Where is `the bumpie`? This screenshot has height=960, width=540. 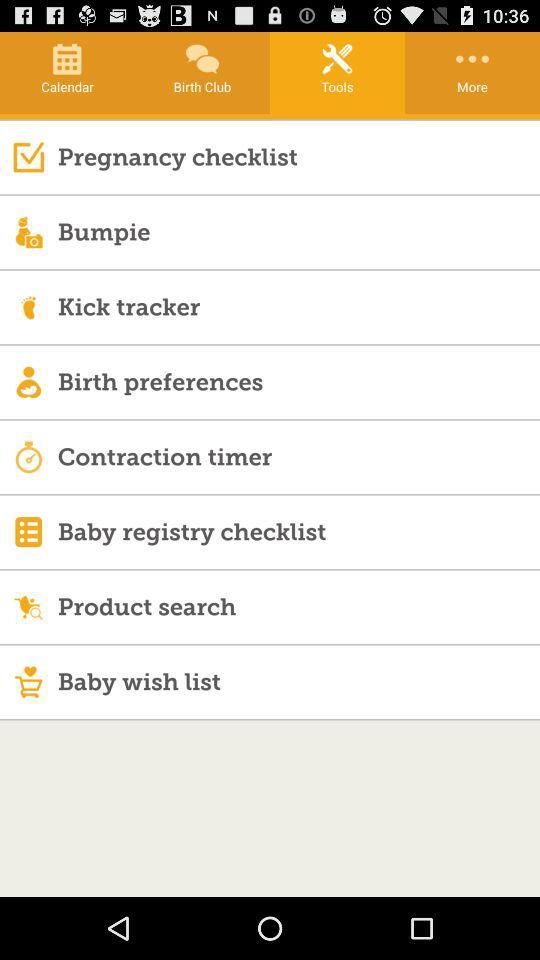
the bumpie is located at coordinates (297, 231).